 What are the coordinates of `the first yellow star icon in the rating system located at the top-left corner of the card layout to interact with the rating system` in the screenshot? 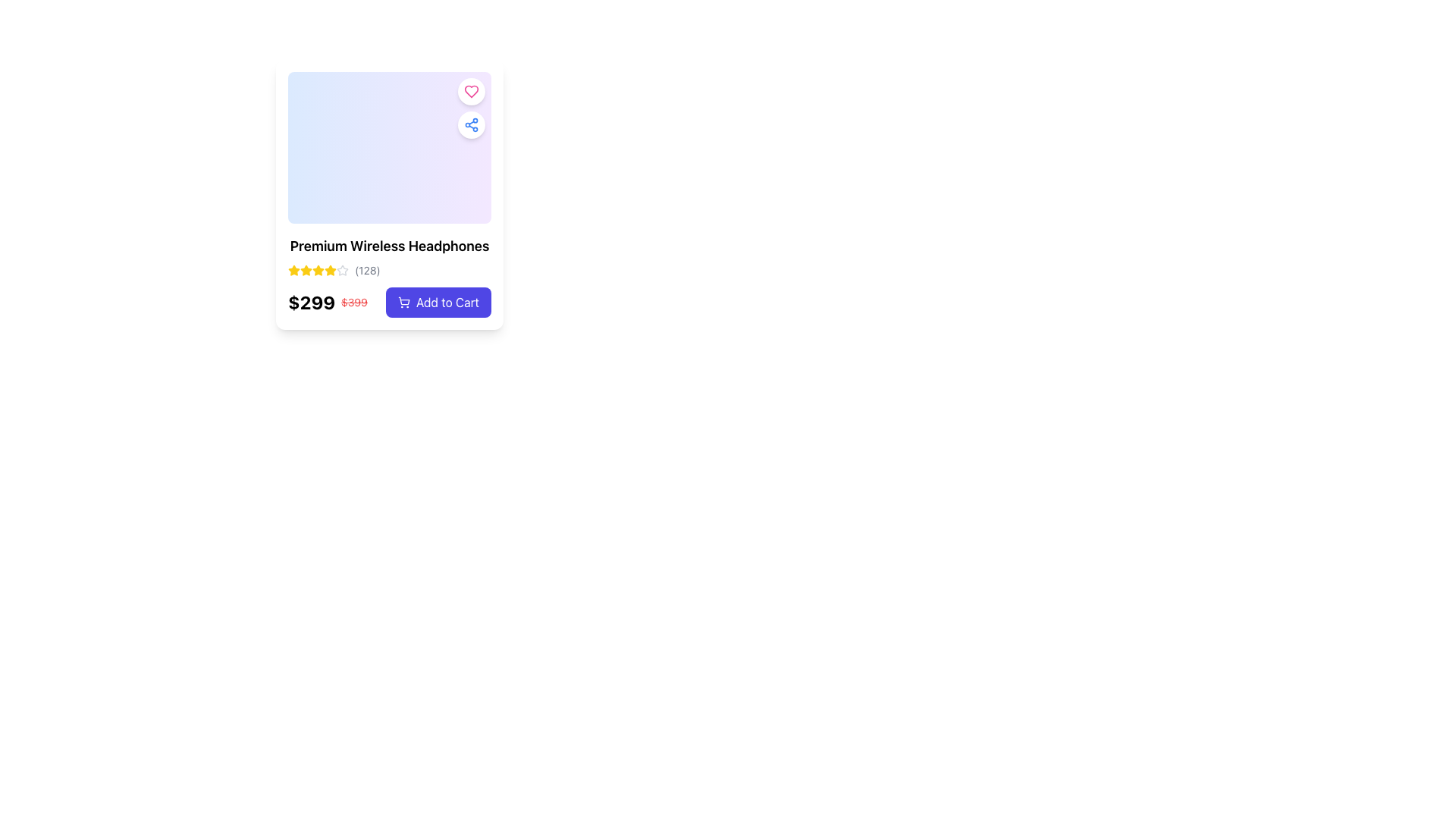 It's located at (305, 269).